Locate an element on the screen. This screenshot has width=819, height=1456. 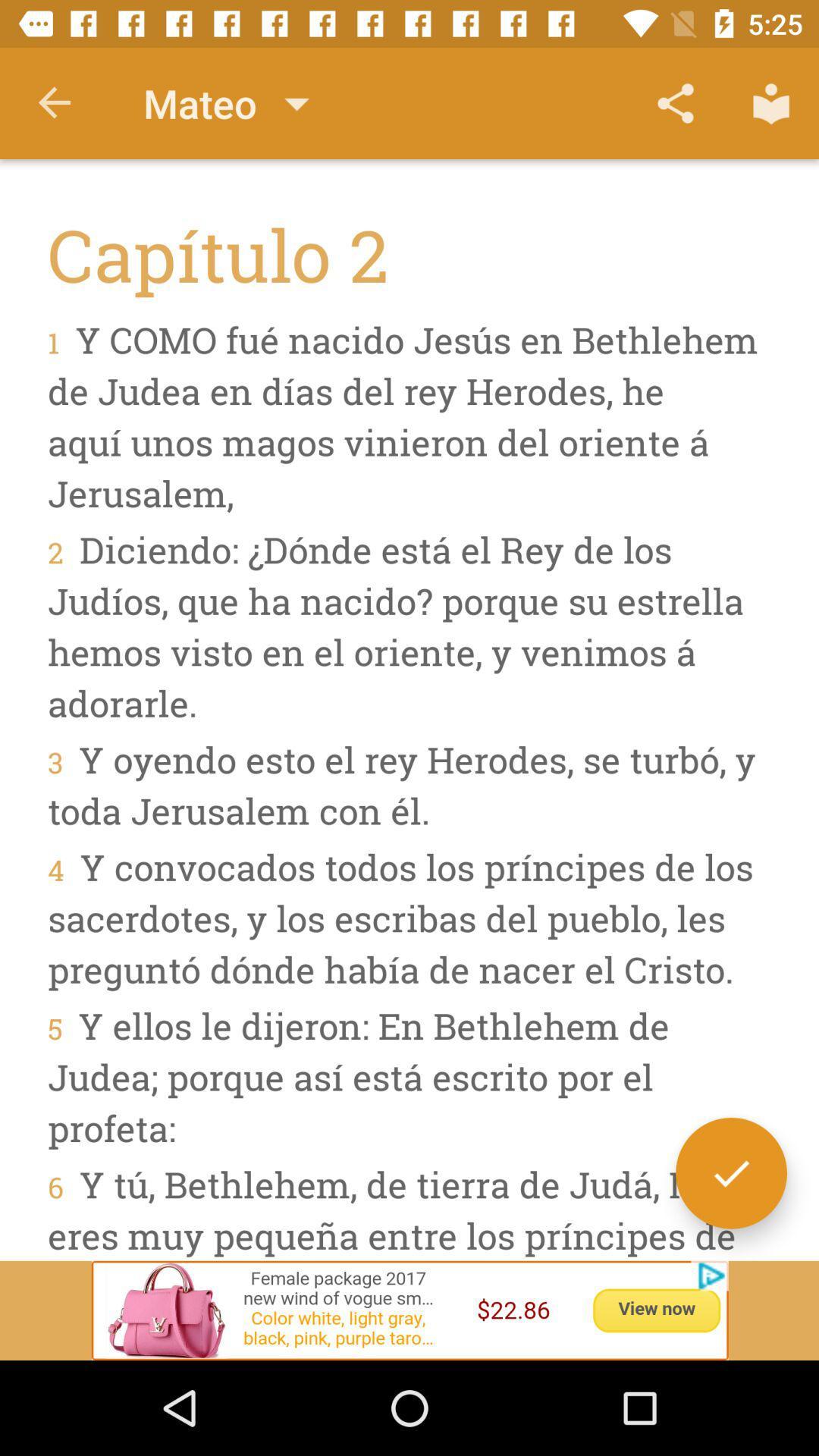
the check icon is located at coordinates (730, 1172).